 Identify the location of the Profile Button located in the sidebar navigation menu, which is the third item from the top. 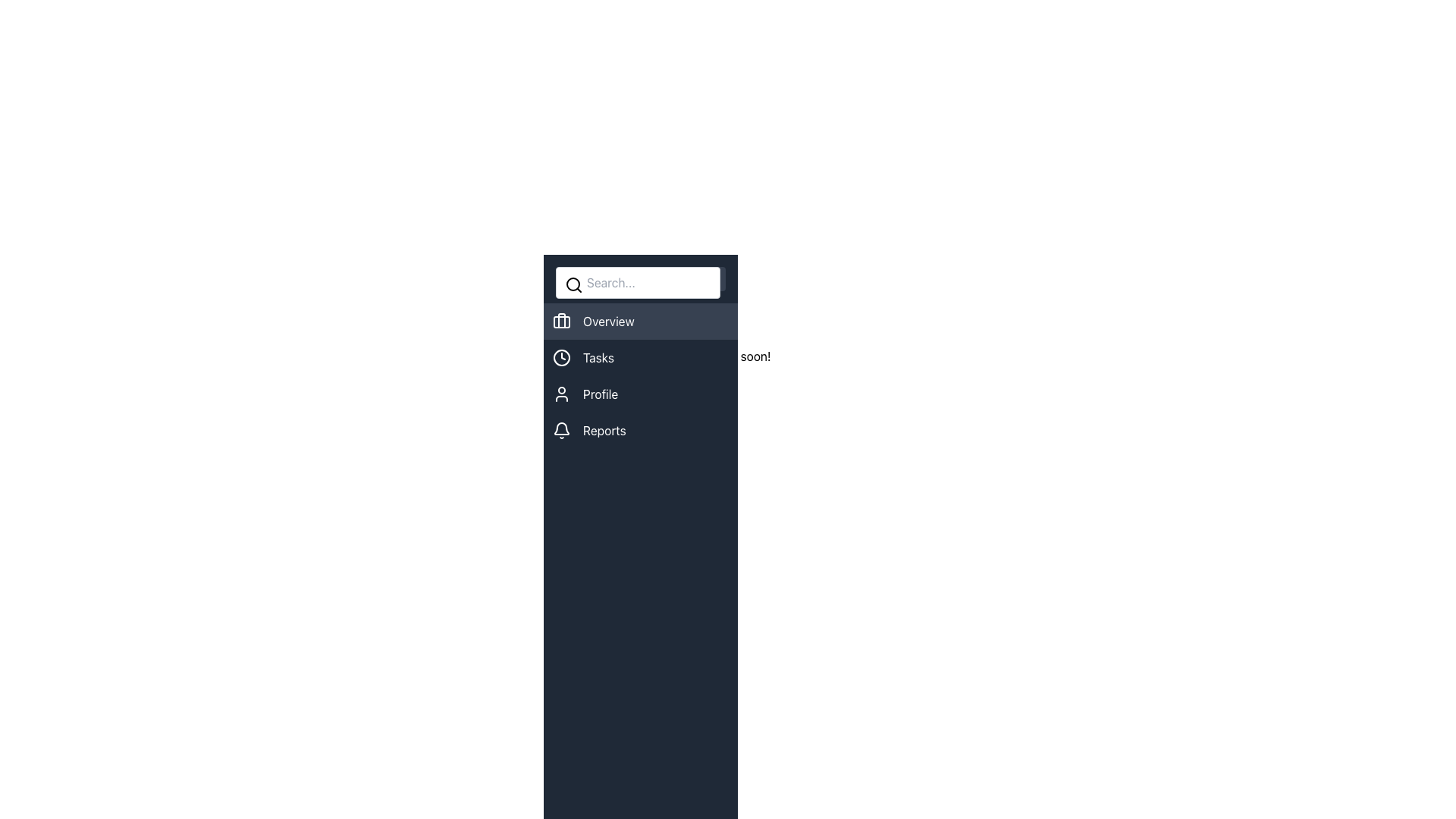
(640, 394).